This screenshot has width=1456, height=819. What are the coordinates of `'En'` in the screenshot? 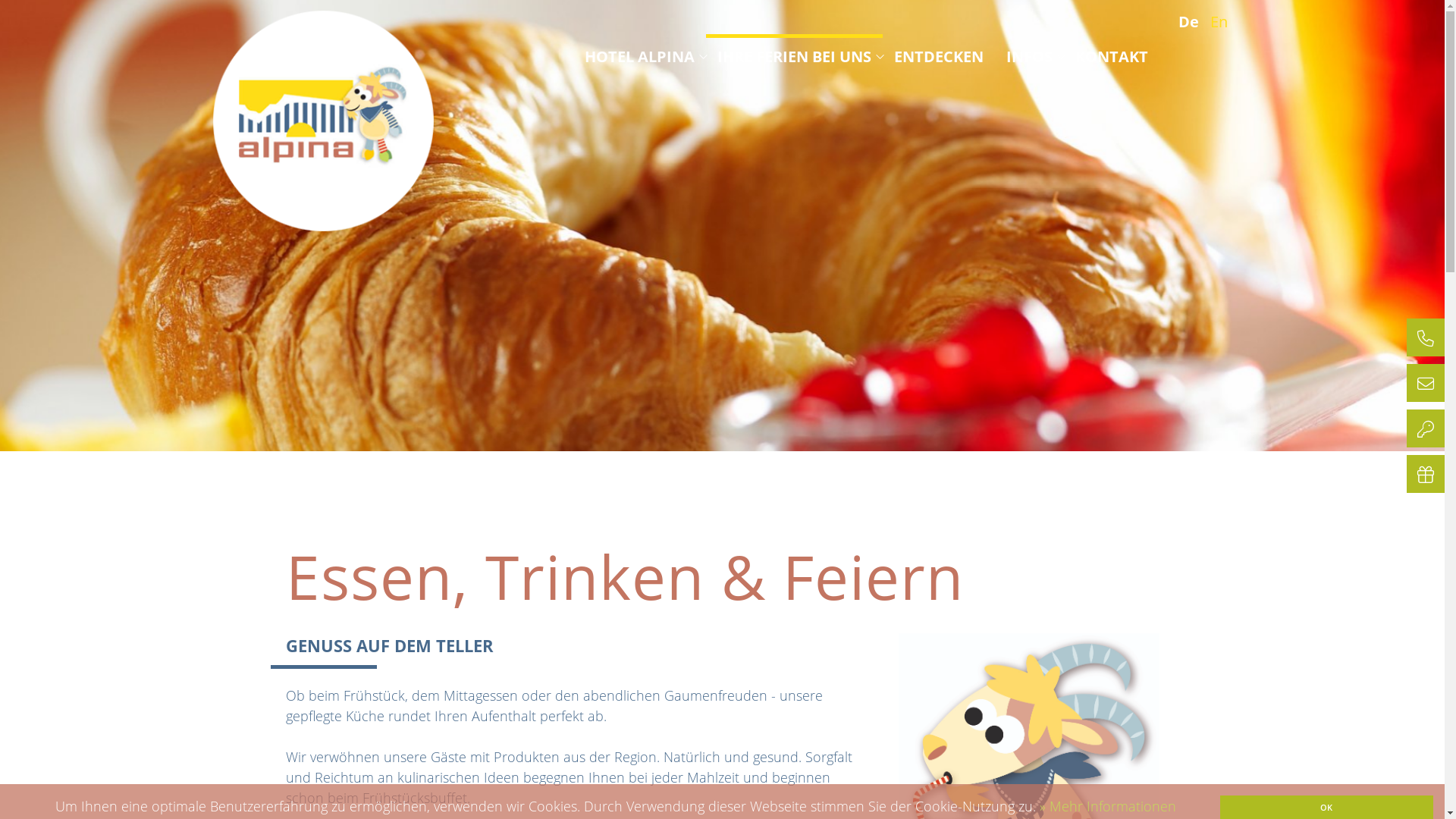 It's located at (1222, 21).